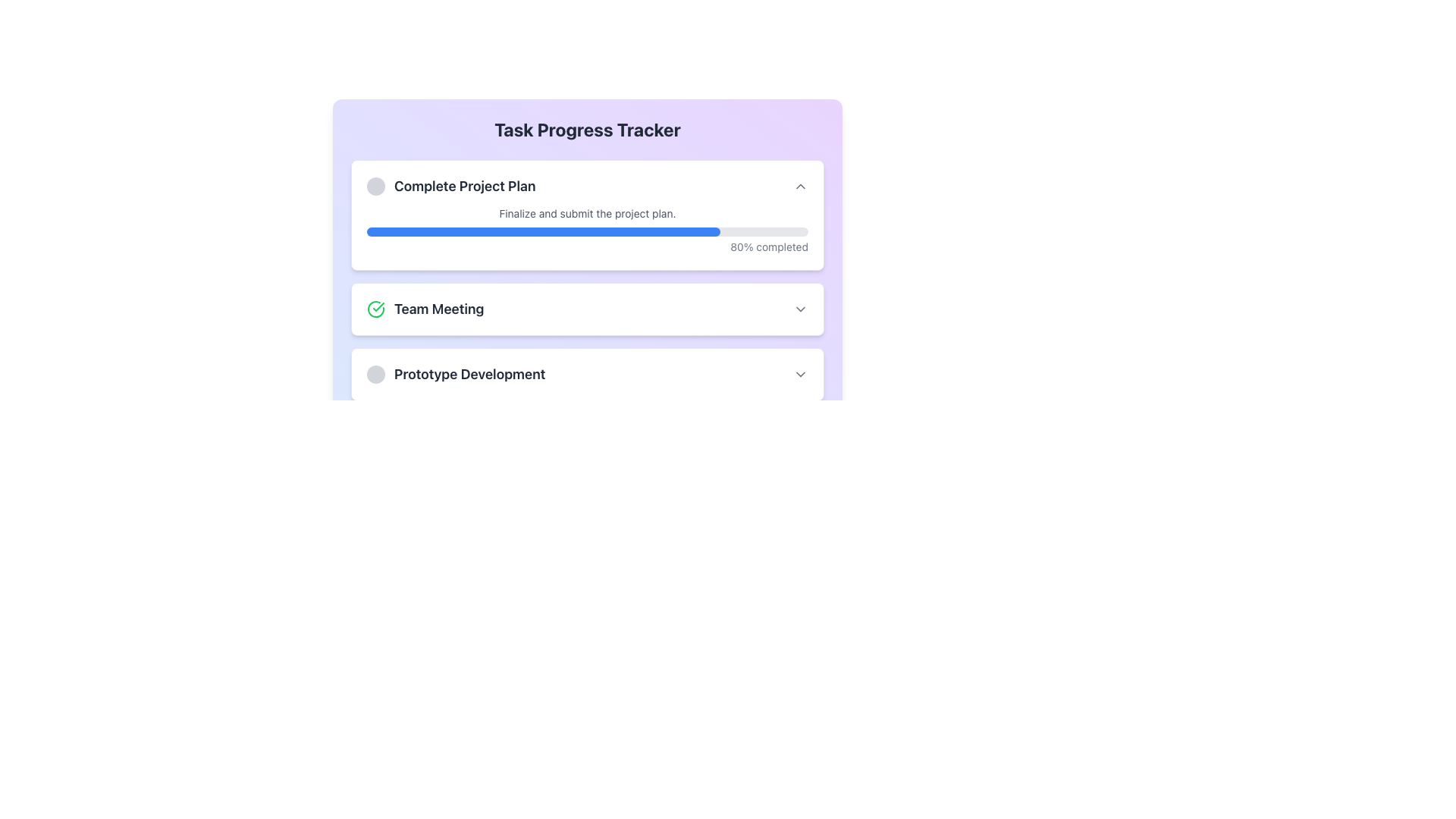 This screenshot has width=1456, height=819. Describe the element at coordinates (438, 309) in the screenshot. I see `the text label indicating the name or title of a task or meeting in the task progress tracker, located on the second row, following a green checkmark icon` at that location.